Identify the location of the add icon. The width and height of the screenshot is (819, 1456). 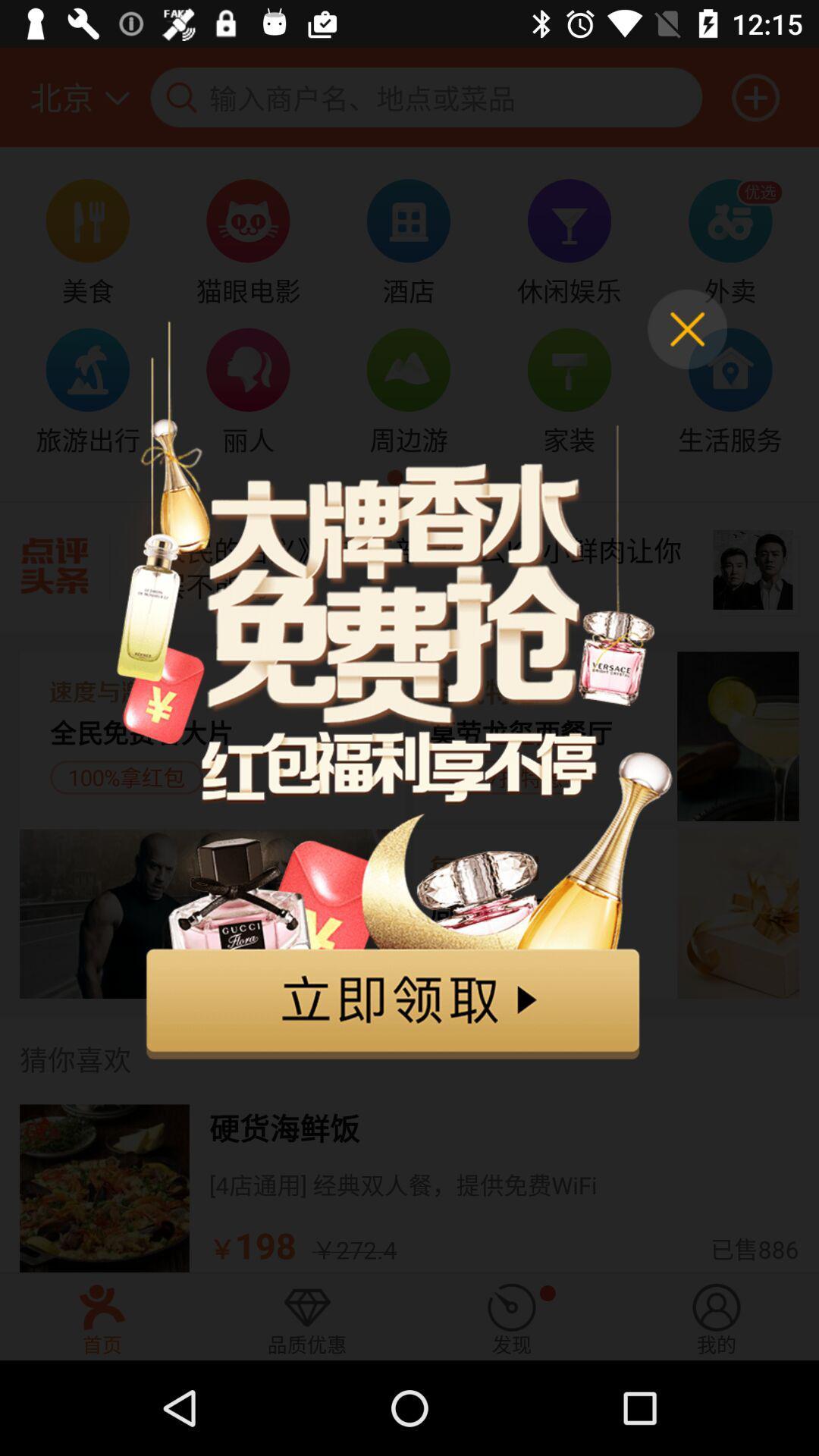
(755, 96).